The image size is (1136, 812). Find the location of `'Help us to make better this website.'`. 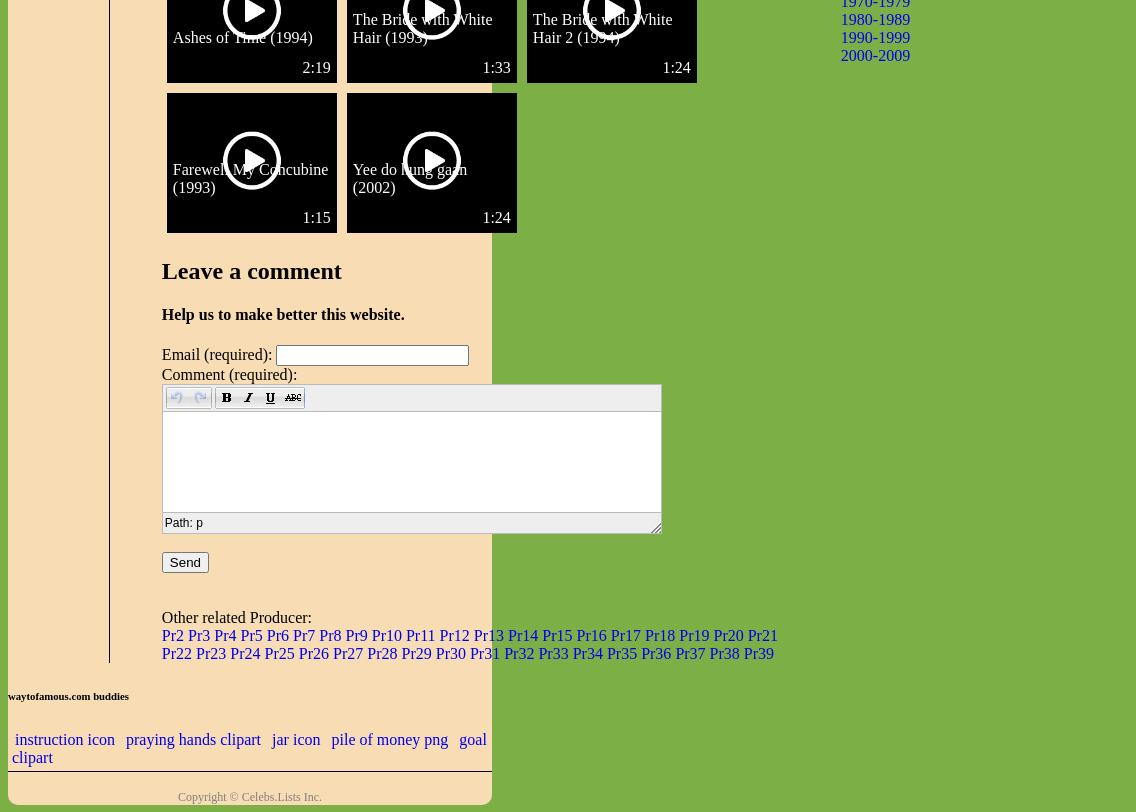

'Help us to make better this website.' is located at coordinates (281, 314).